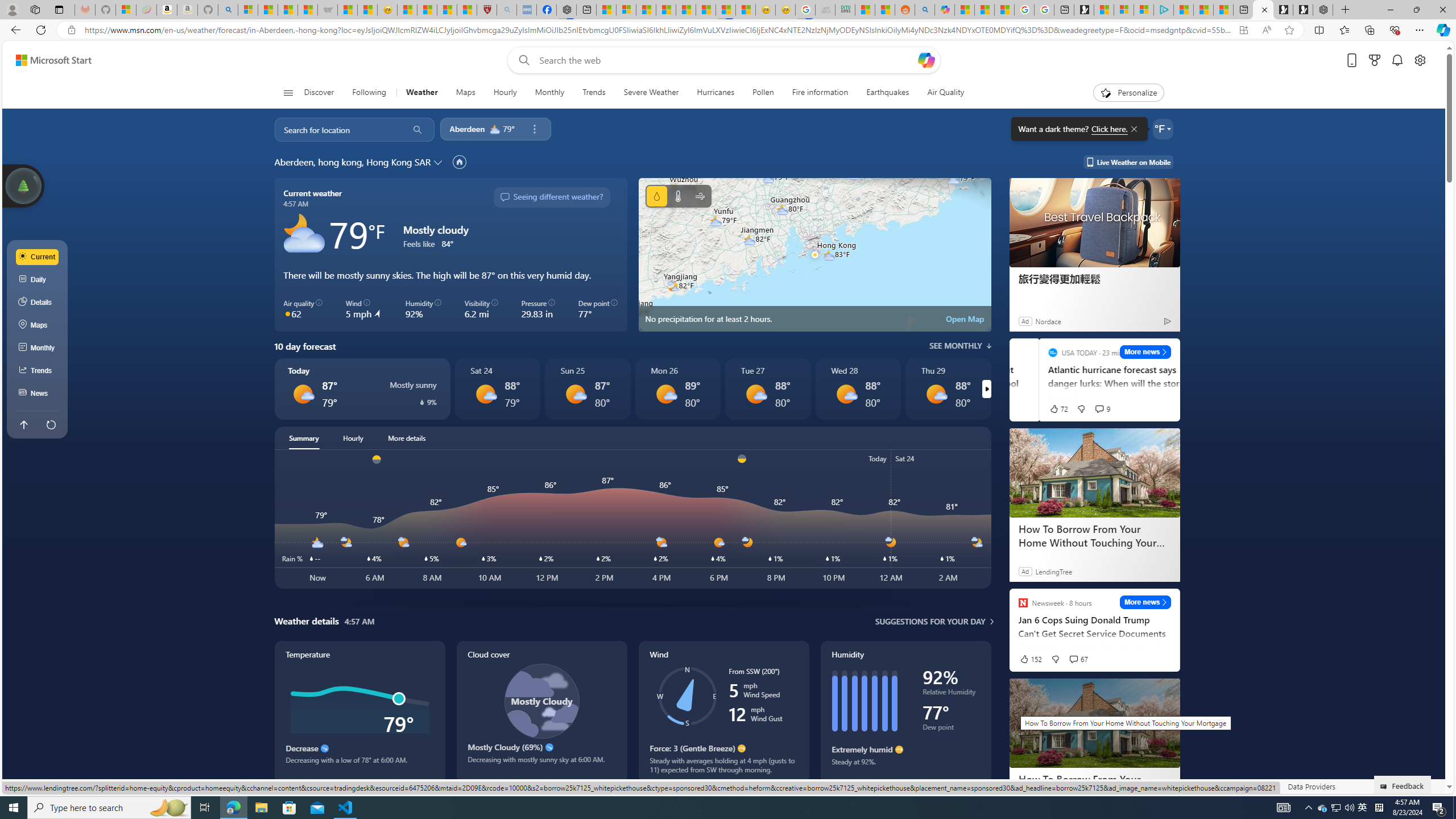  Describe the element at coordinates (945, 92) in the screenshot. I see `'Air Quality'` at that location.